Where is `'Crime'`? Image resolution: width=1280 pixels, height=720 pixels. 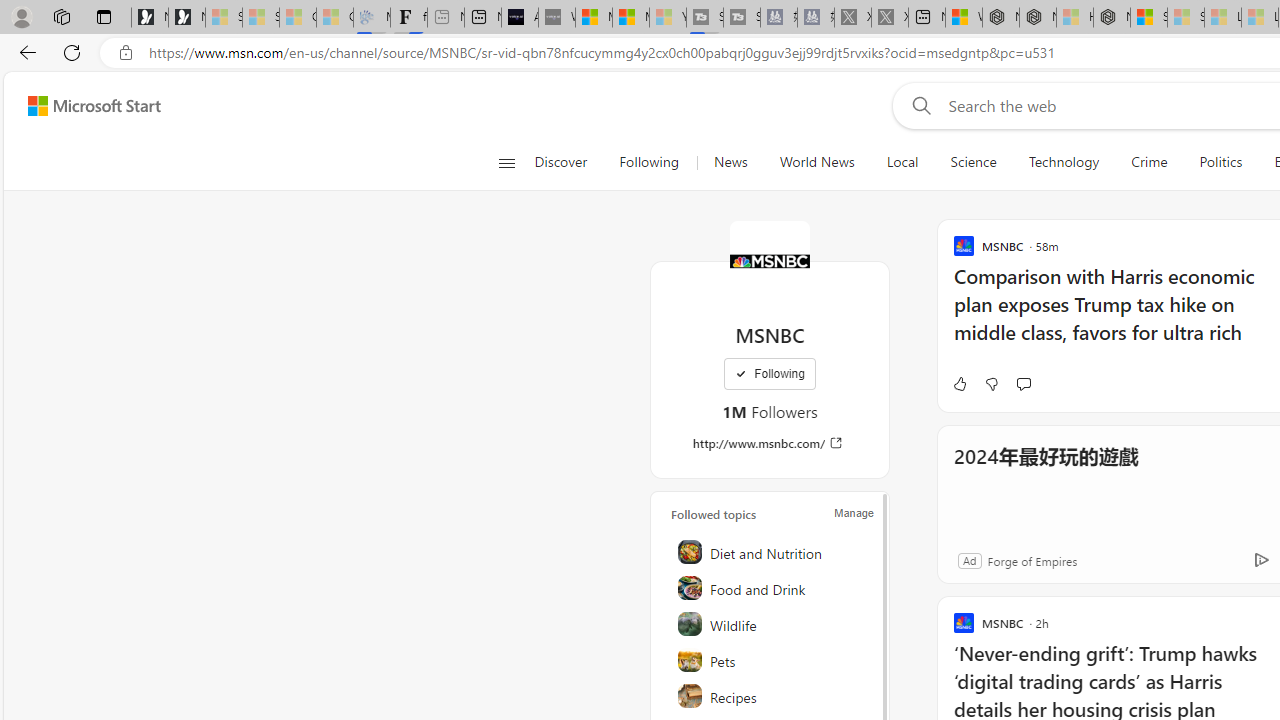
'Crime' is located at coordinates (1149, 162).